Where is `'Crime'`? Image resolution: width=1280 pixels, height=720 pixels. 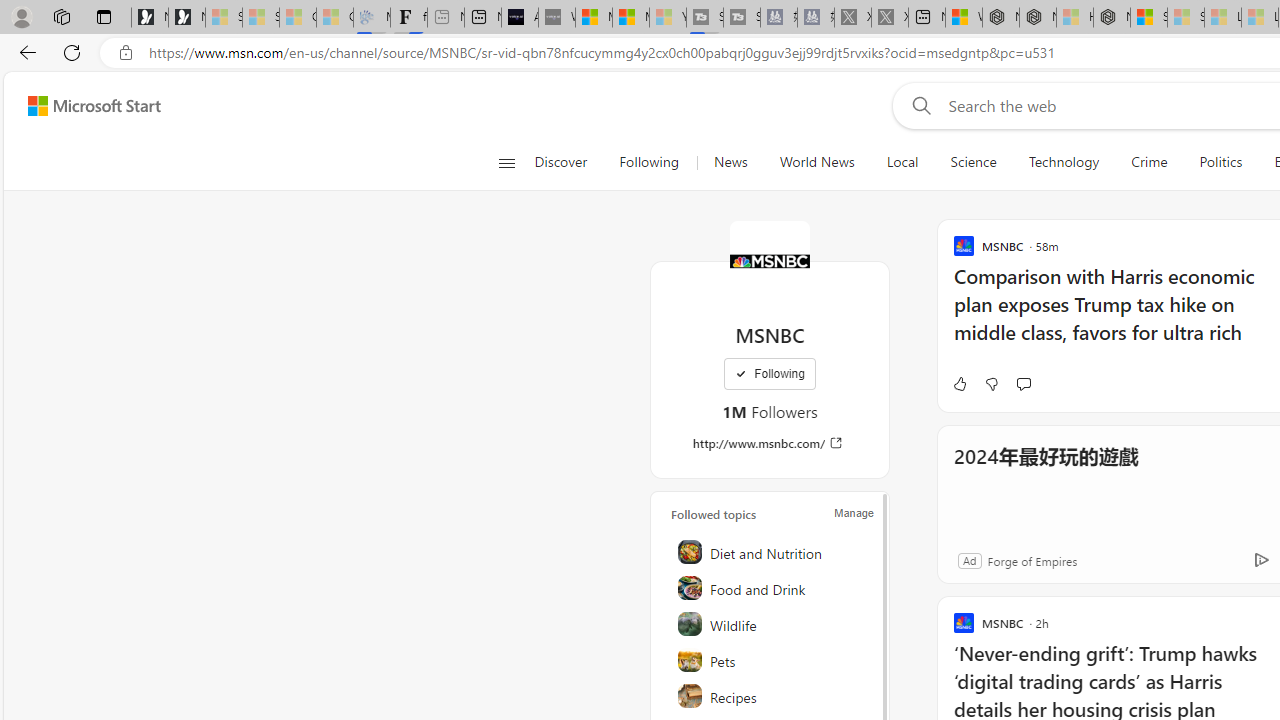
'Crime' is located at coordinates (1149, 162).